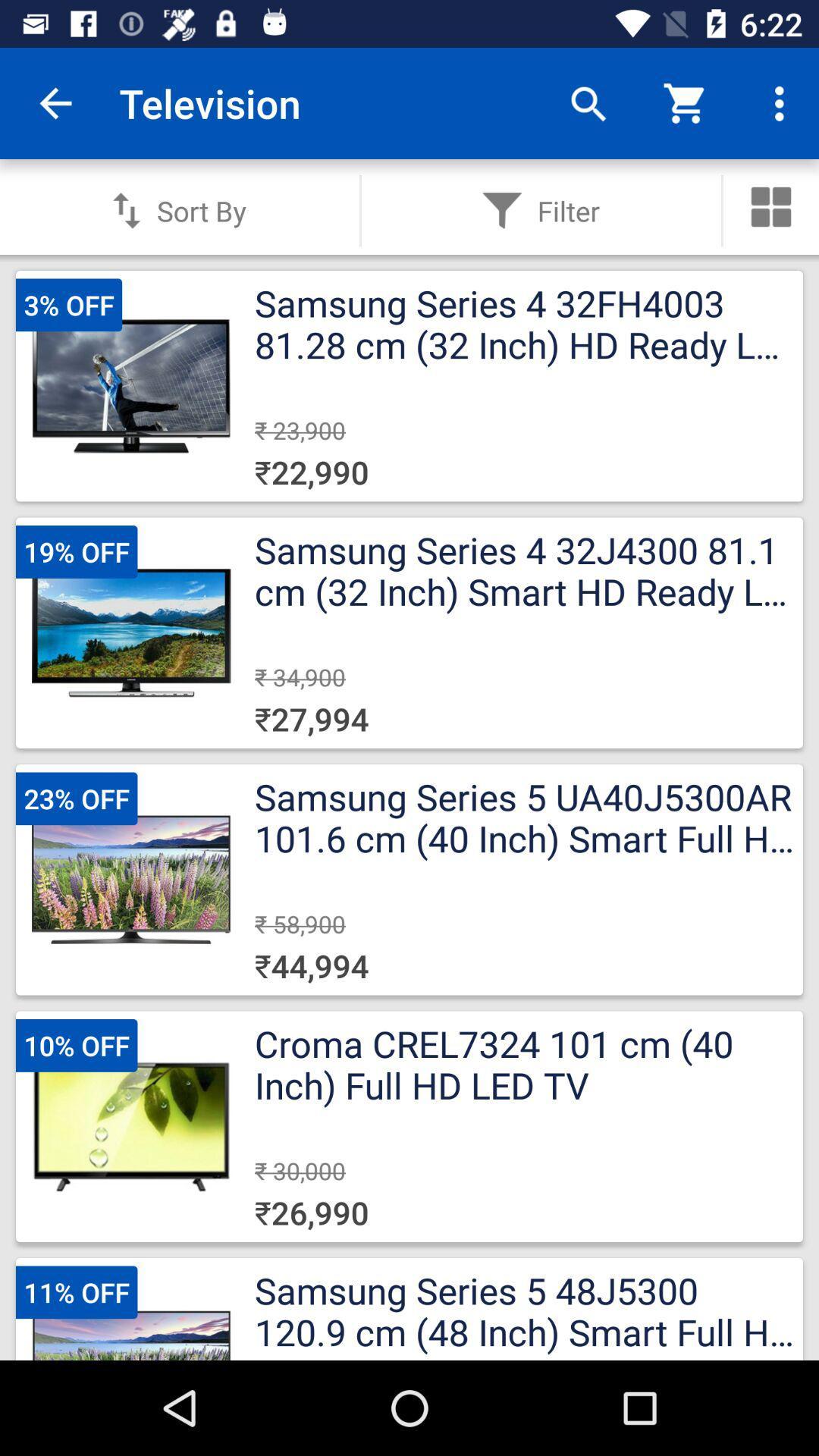  I want to click on the item to the left of television icon, so click(55, 102).